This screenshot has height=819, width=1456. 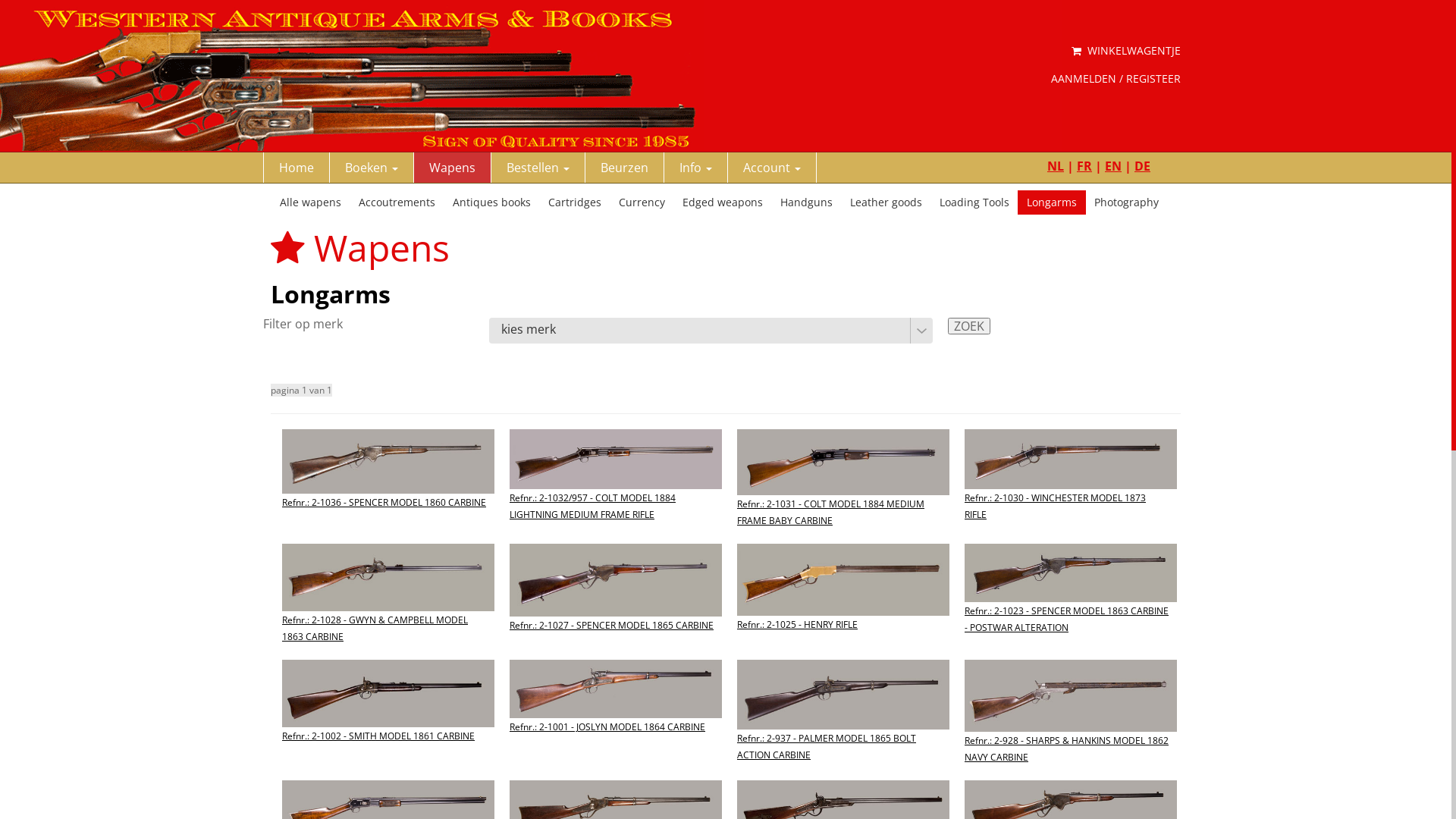 I want to click on 'Refnr.: 2-937 - PALMER MODEL 1865 BOLT ACTION CARBINE', so click(x=843, y=723).